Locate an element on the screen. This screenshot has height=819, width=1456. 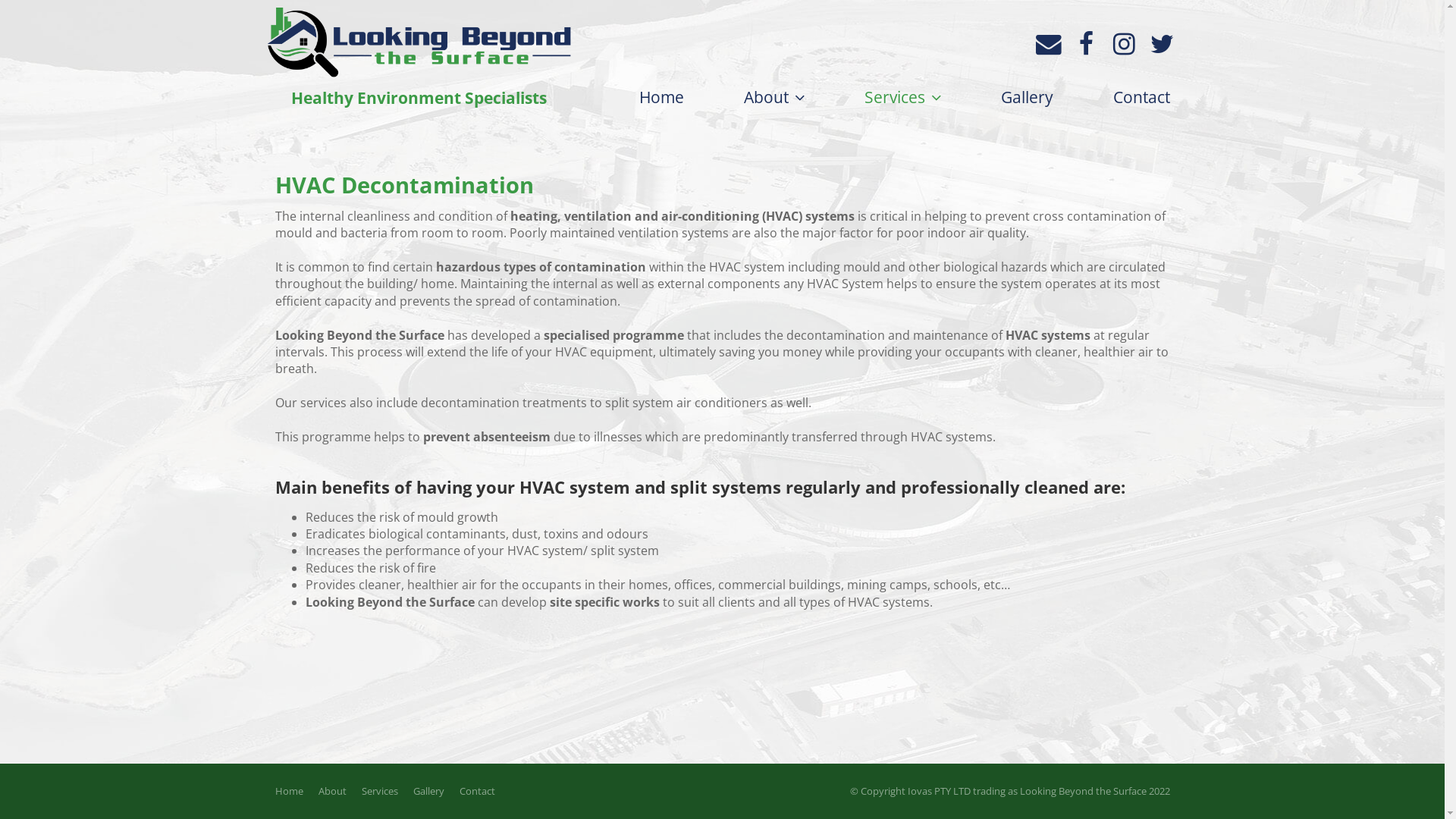
'About' is located at coordinates (773, 97).